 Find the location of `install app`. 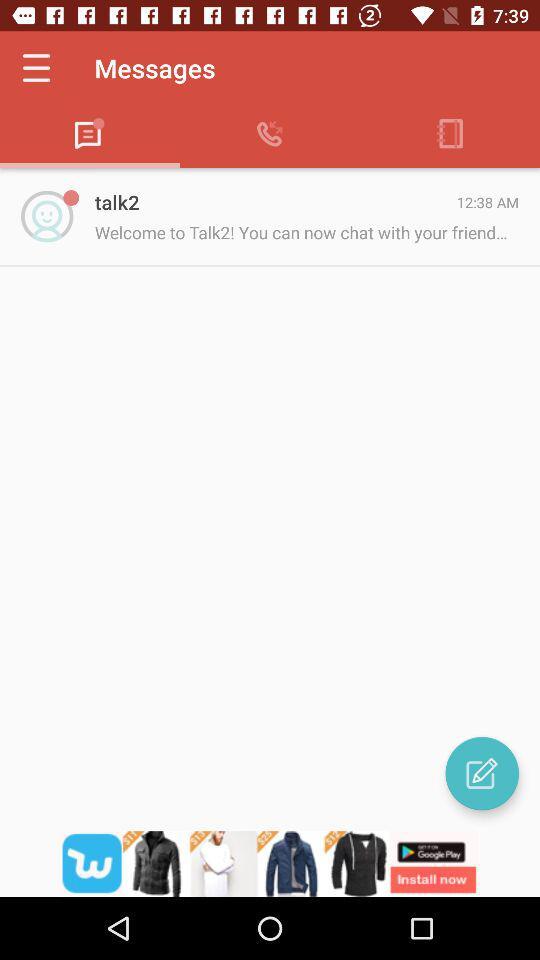

install app is located at coordinates (270, 863).